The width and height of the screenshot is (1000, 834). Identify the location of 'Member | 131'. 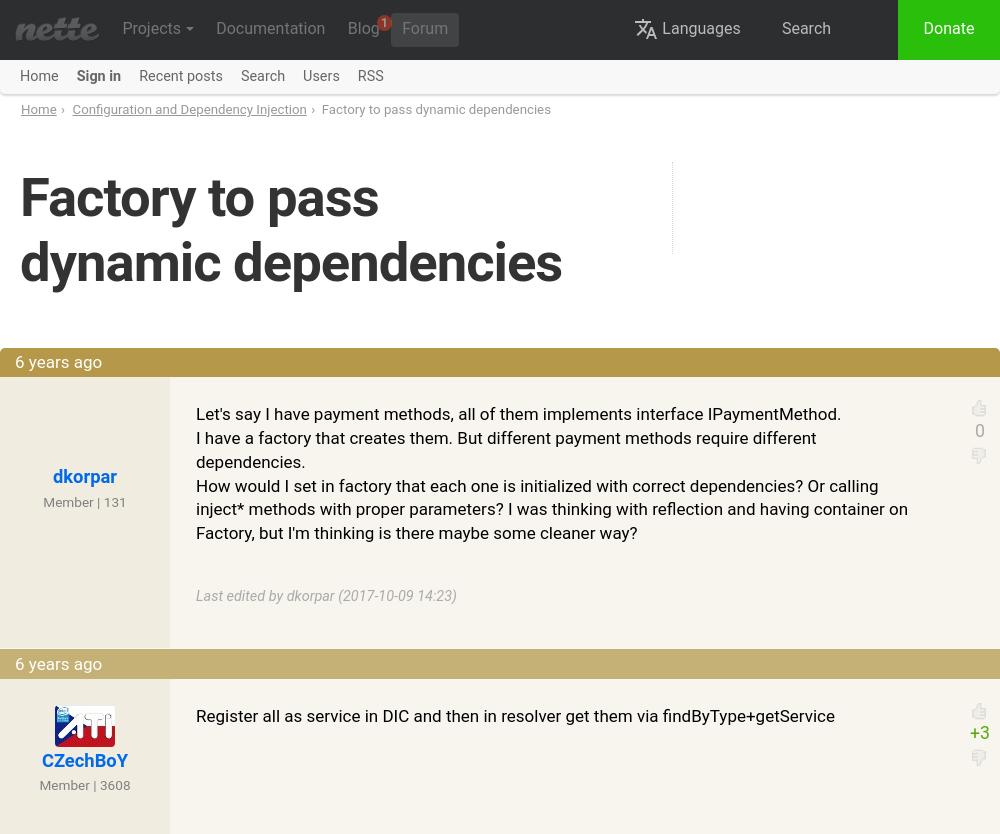
(43, 499).